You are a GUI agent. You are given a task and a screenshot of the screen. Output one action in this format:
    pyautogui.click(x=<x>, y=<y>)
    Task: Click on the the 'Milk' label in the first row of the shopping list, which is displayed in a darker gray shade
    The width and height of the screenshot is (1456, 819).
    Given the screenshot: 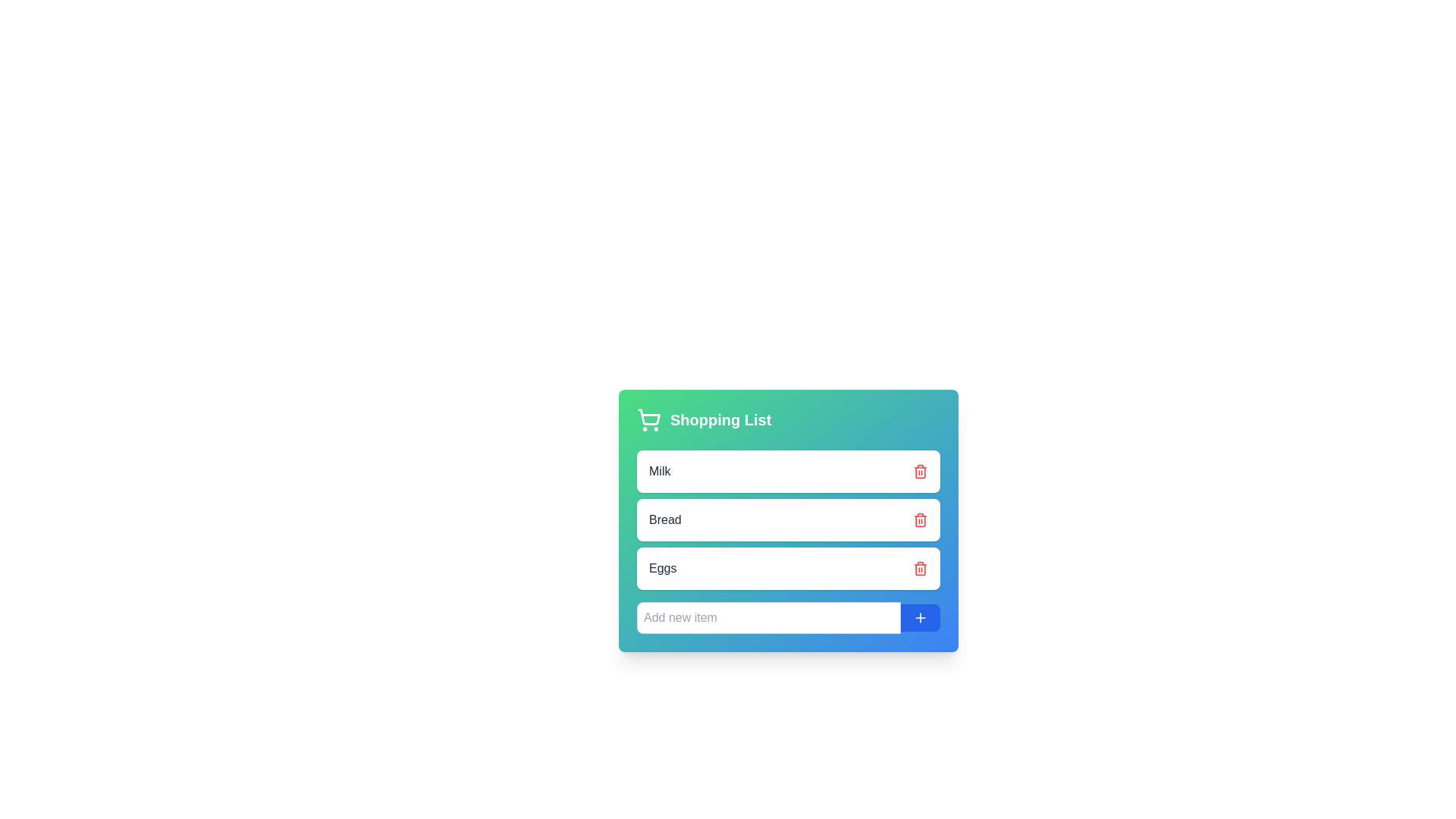 What is the action you would take?
    pyautogui.click(x=660, y=470)
    